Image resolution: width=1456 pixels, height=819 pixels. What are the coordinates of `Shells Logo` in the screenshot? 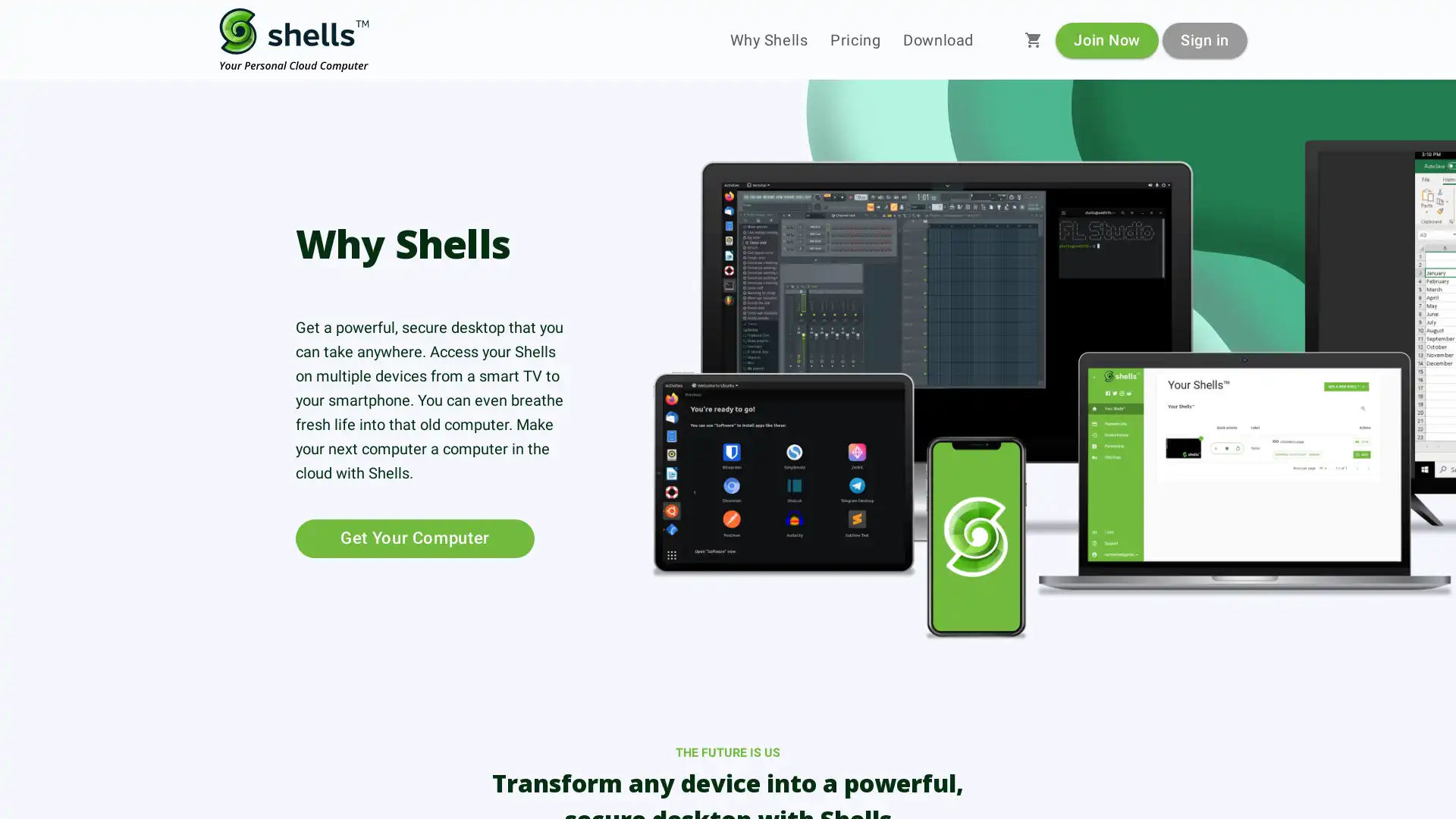 It's located at (294, 39).